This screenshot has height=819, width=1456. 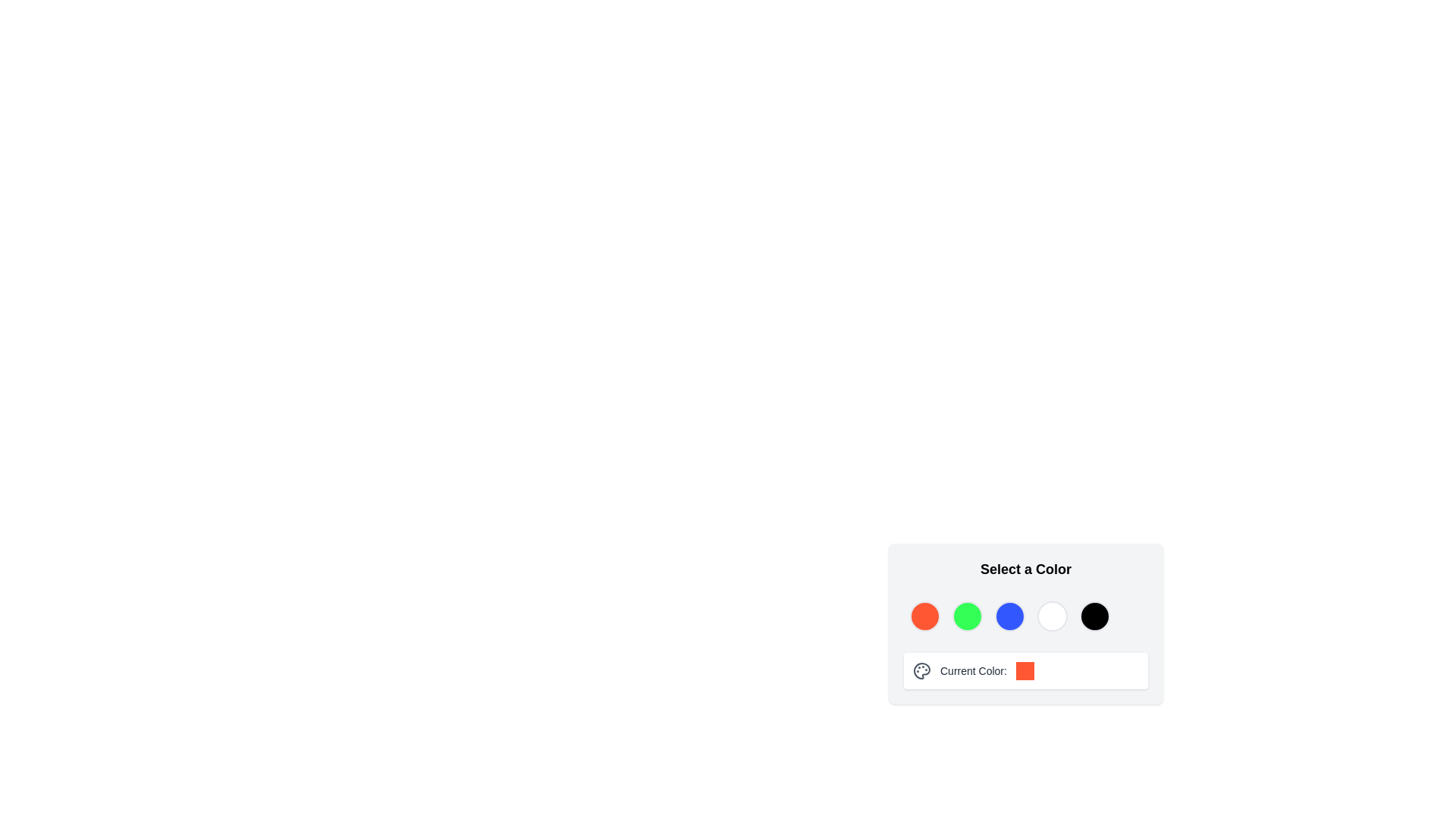 What do you see at coordinates (1025, 670) in the screenshot?
I see `the Color preview box located on the far right within the 'Current Color' group to visually represent the selected color` at bounding box center [1025, 670].